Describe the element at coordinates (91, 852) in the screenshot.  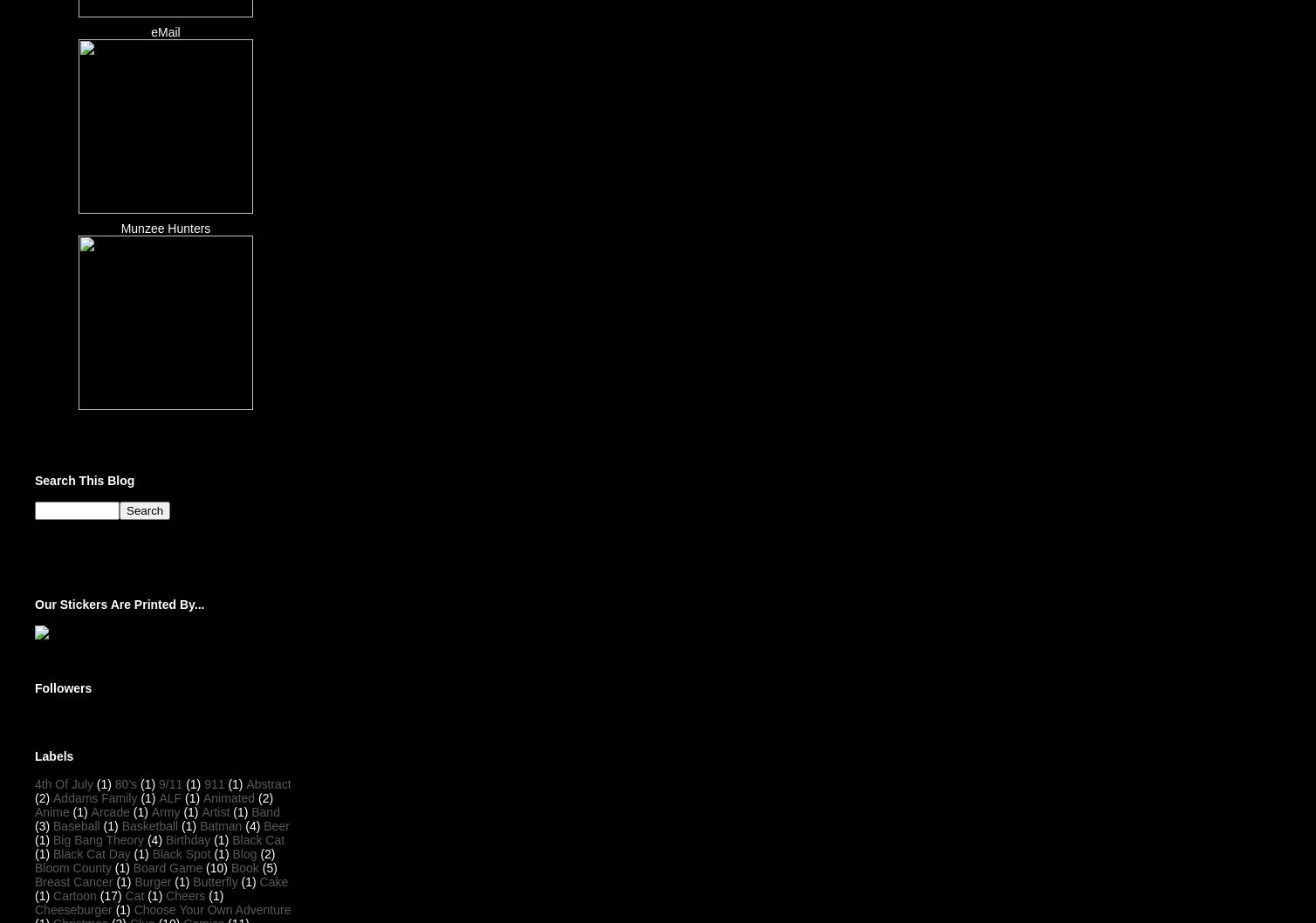
I see `'Black Cat Day'` at that location.